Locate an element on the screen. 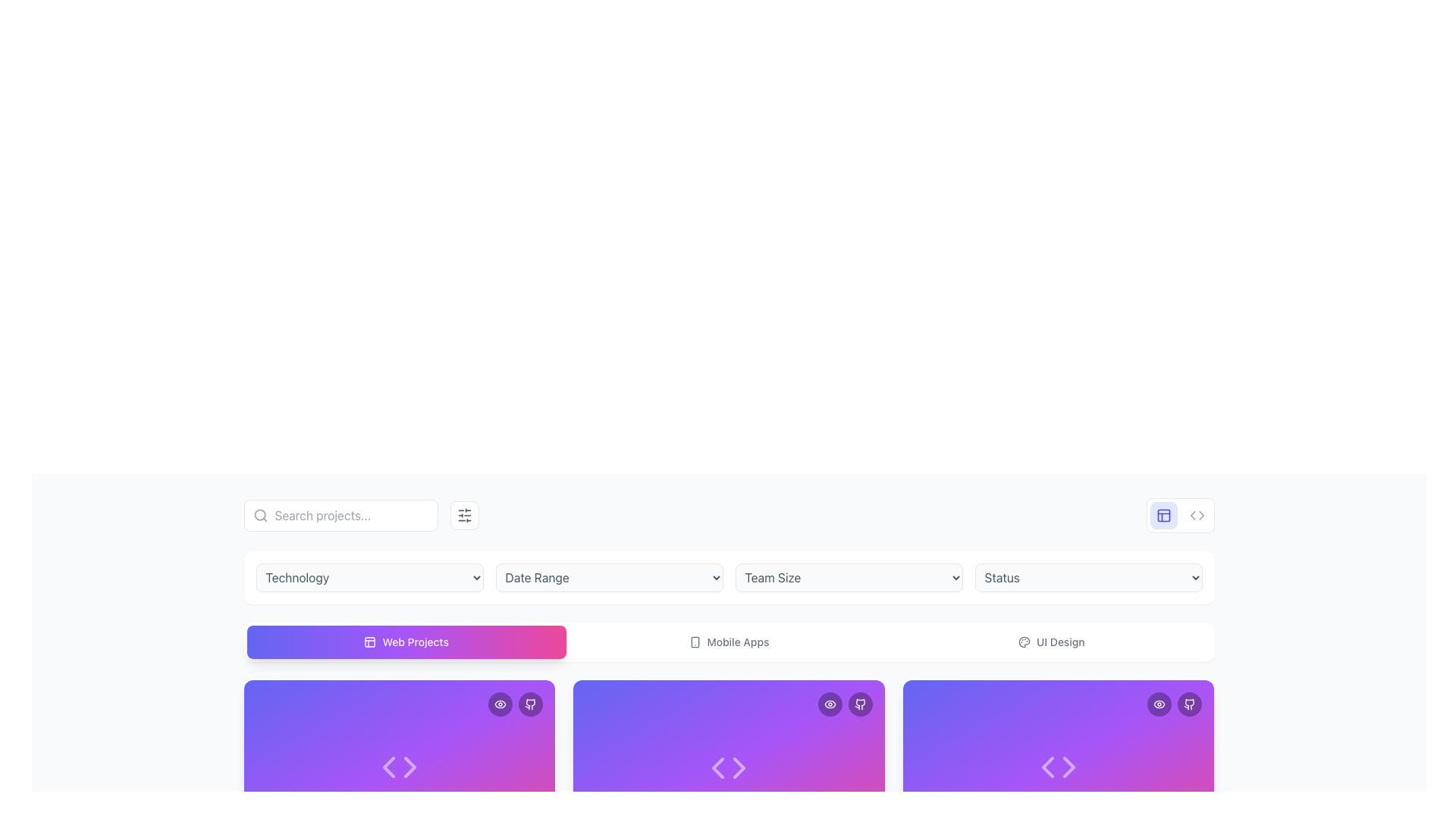 The width and height of the screenshot is (1456, 819). the leftmost button labeled 'Web Projects' is located at coordinates (406, 642).